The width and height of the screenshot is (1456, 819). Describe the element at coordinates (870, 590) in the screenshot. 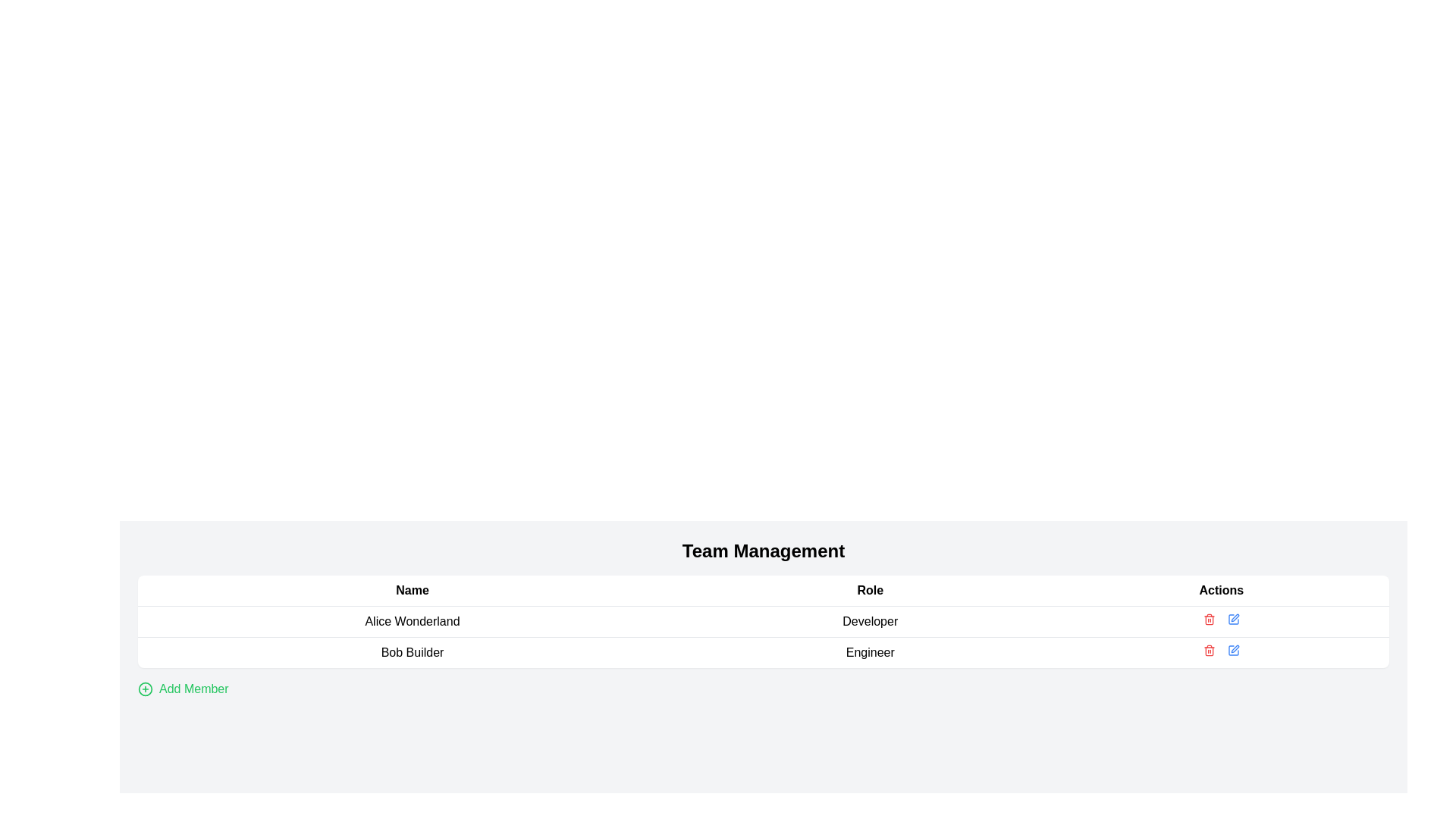

I see `the 'Role' column header text label, which is the second column in the 'Team Management' section of the table` at that location.